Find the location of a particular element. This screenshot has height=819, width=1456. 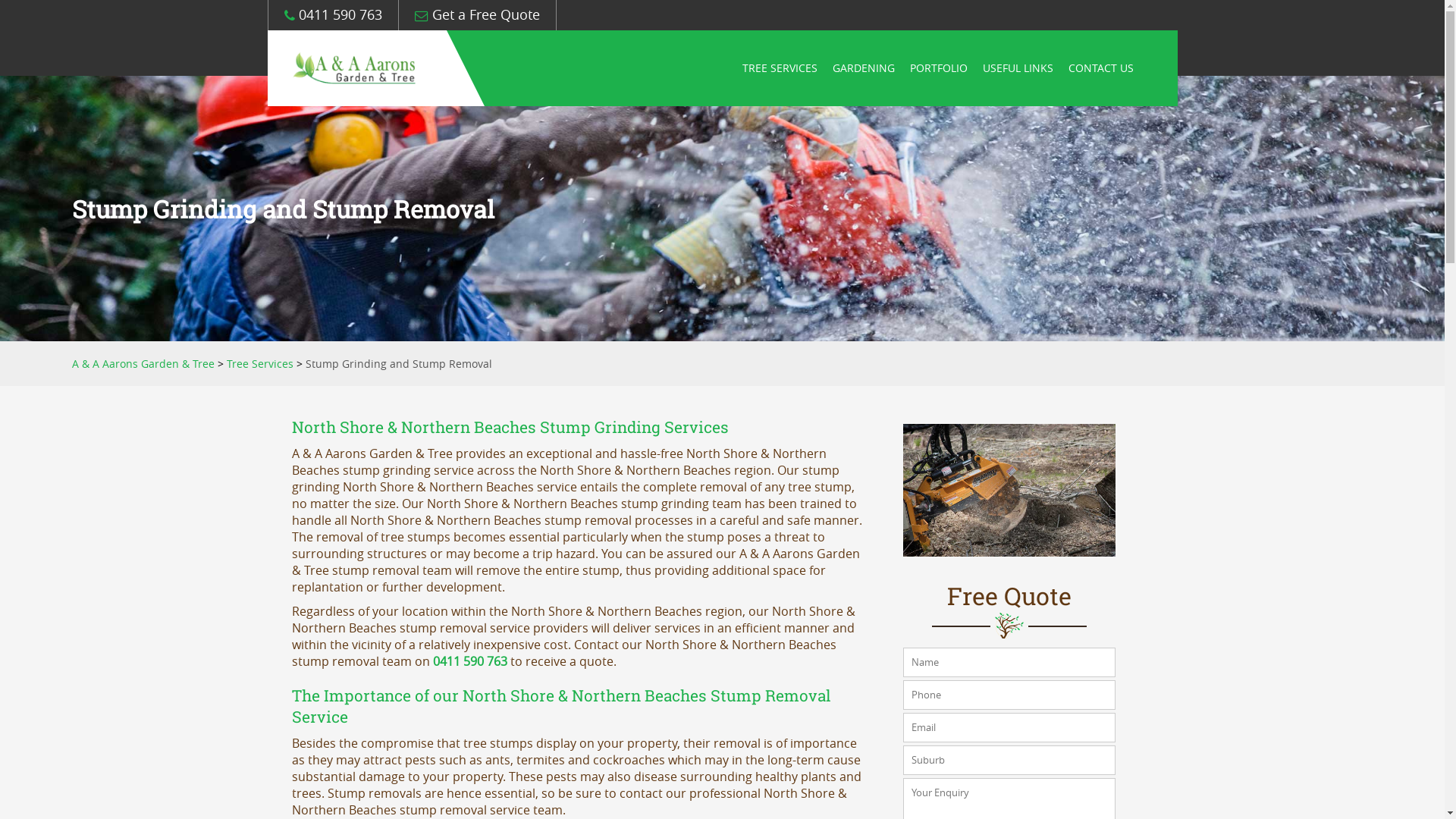

'Get a Free Quote' is located at coordinates (475, 14).